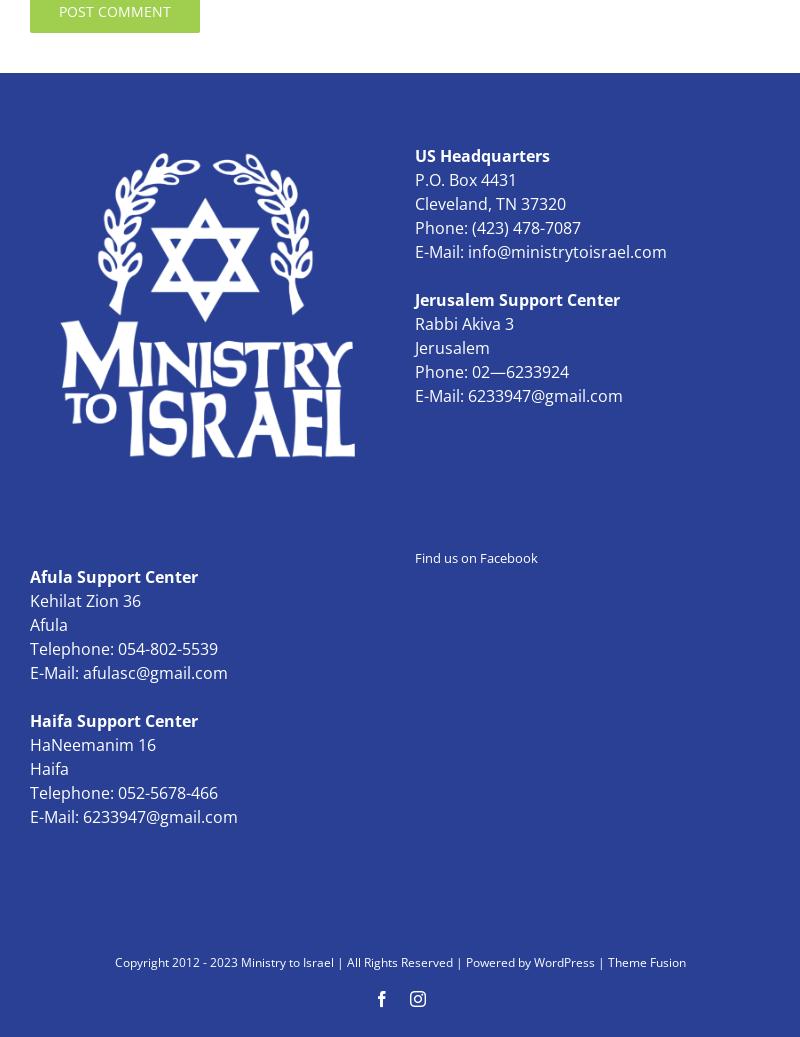 The height and width of the screenshot is (1037, 800). I want to click on 'Telephone: 054-802-5539', so click(123, 648).